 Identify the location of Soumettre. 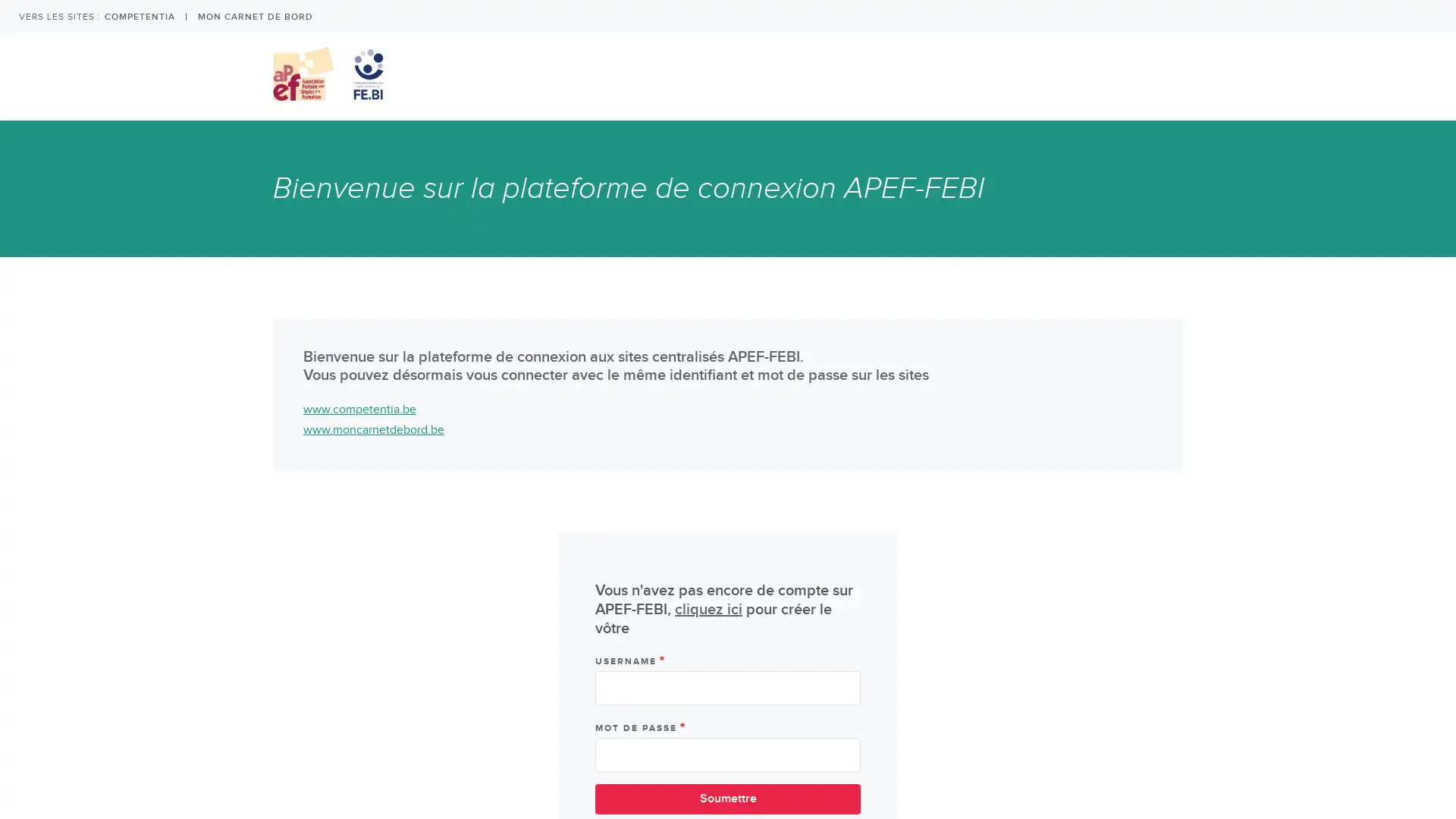
(728, 798).